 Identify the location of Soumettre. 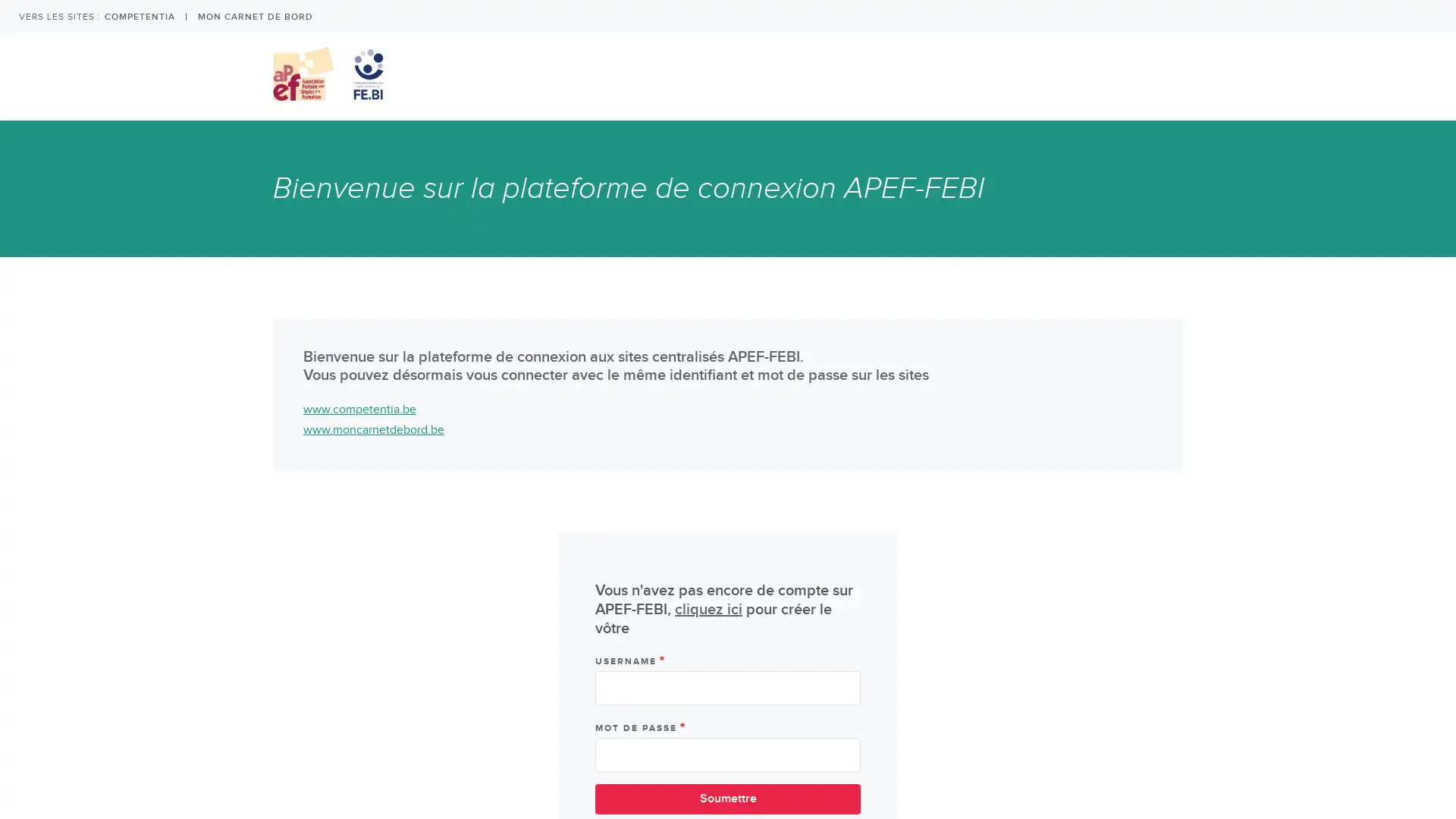
(728, 798).